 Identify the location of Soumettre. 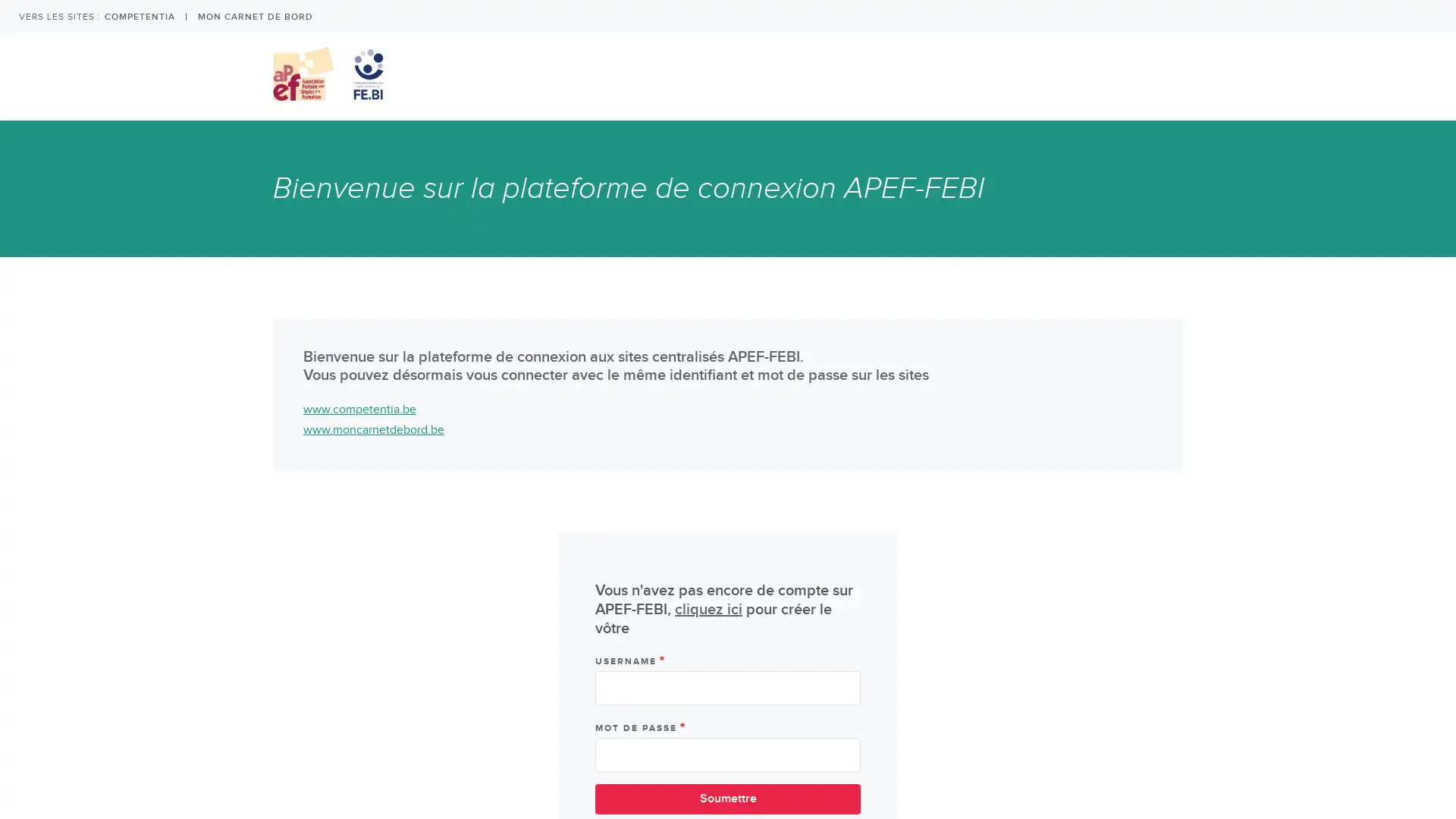
(728, 798).